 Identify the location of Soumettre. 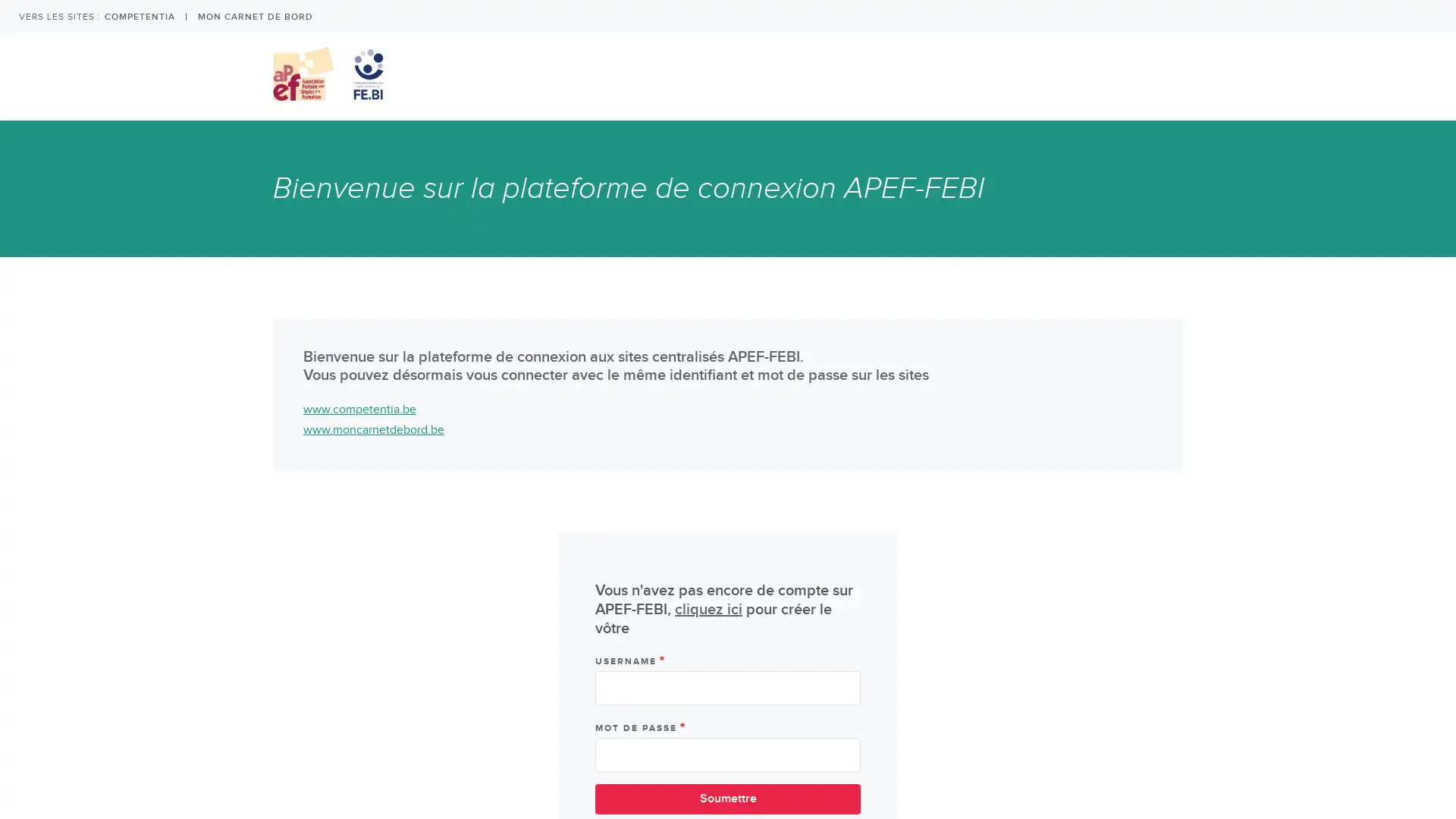
(728, 798).